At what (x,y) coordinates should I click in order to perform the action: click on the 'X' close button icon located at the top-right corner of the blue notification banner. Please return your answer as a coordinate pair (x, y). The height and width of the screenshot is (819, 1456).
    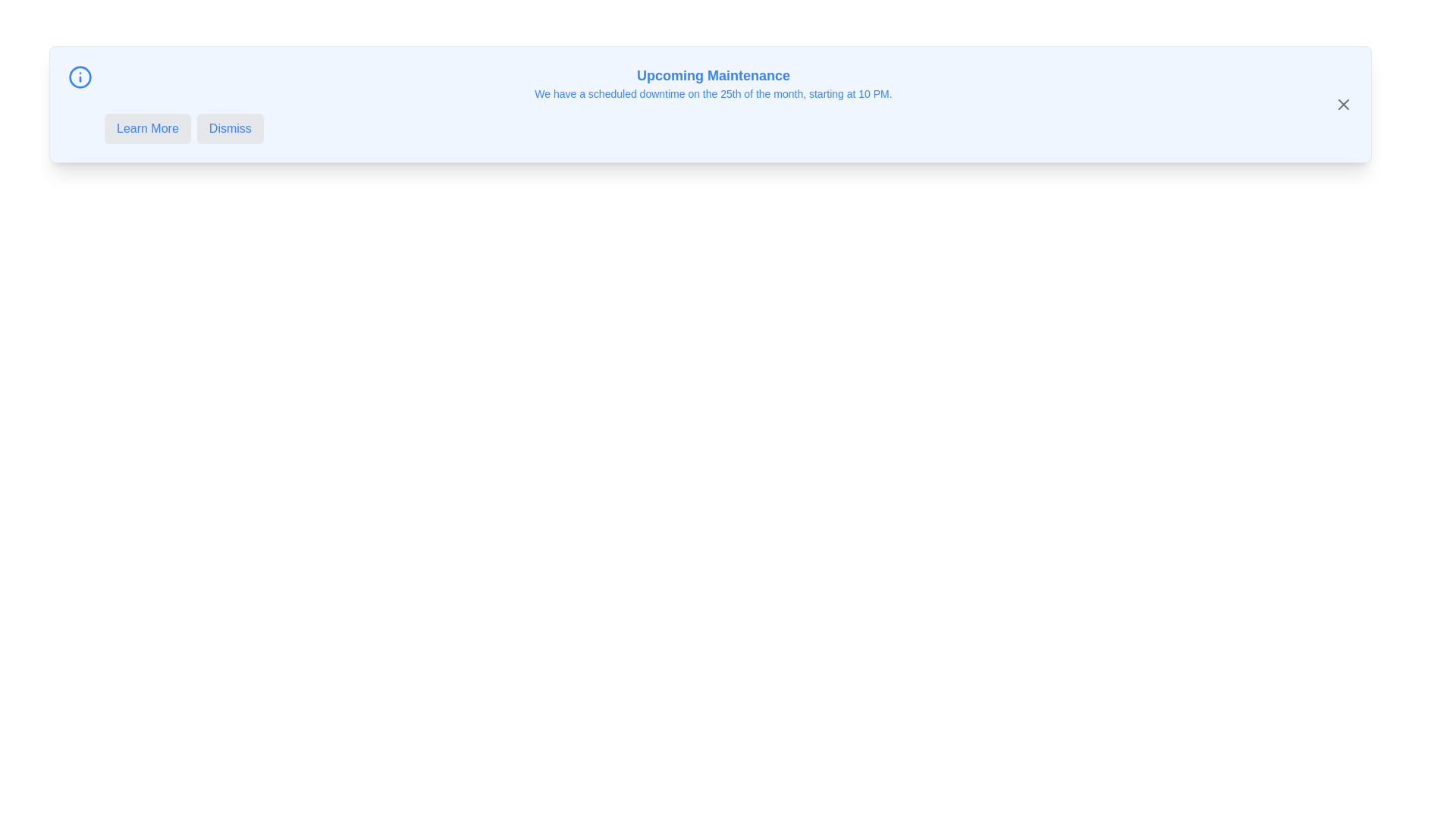
    Looking at the image, I should click on (1343, 104).